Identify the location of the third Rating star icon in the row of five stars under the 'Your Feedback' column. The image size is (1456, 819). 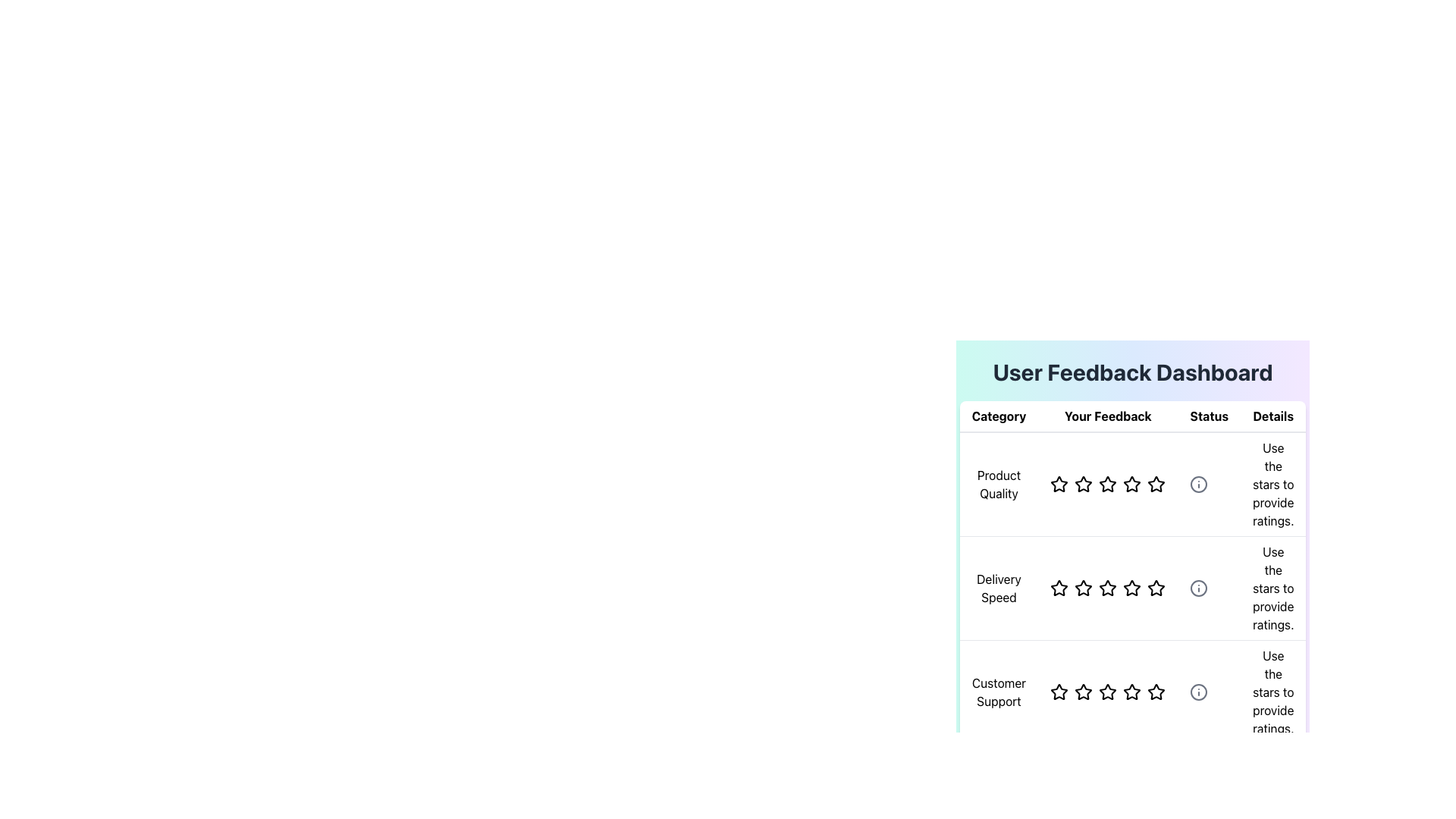
(1132, 484).